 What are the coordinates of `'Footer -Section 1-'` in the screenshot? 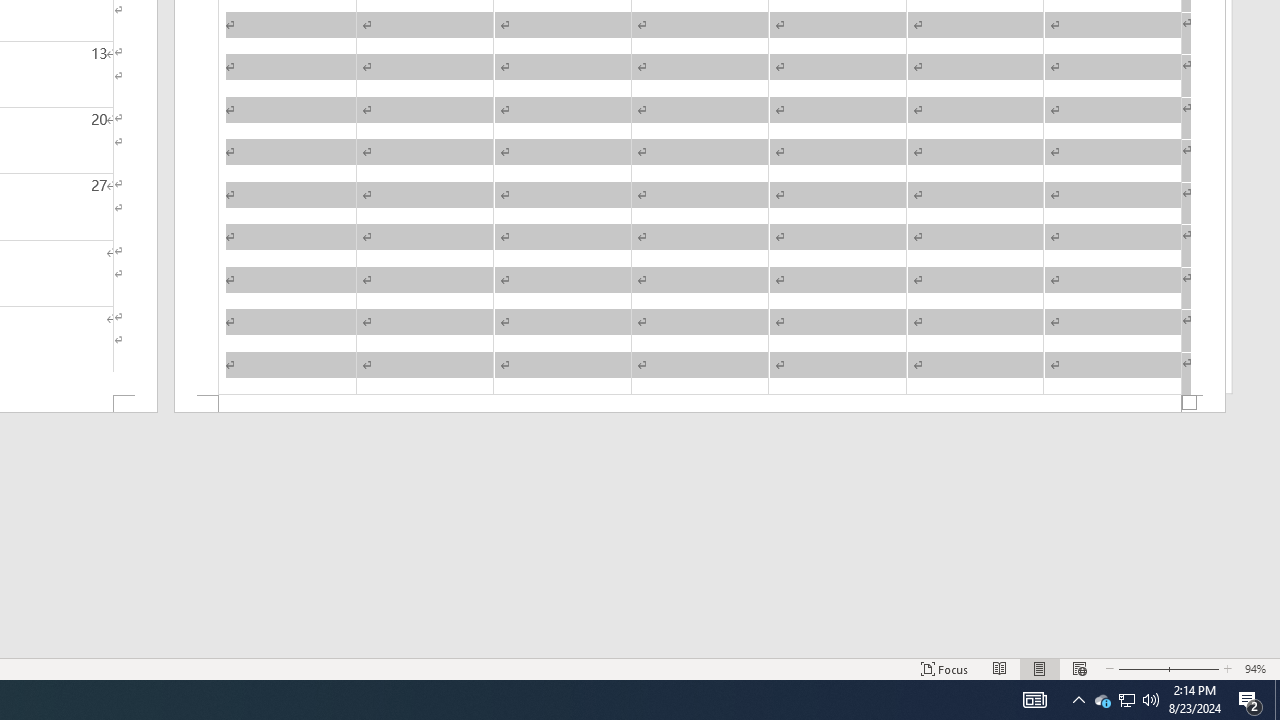 It's located at (700, 404).